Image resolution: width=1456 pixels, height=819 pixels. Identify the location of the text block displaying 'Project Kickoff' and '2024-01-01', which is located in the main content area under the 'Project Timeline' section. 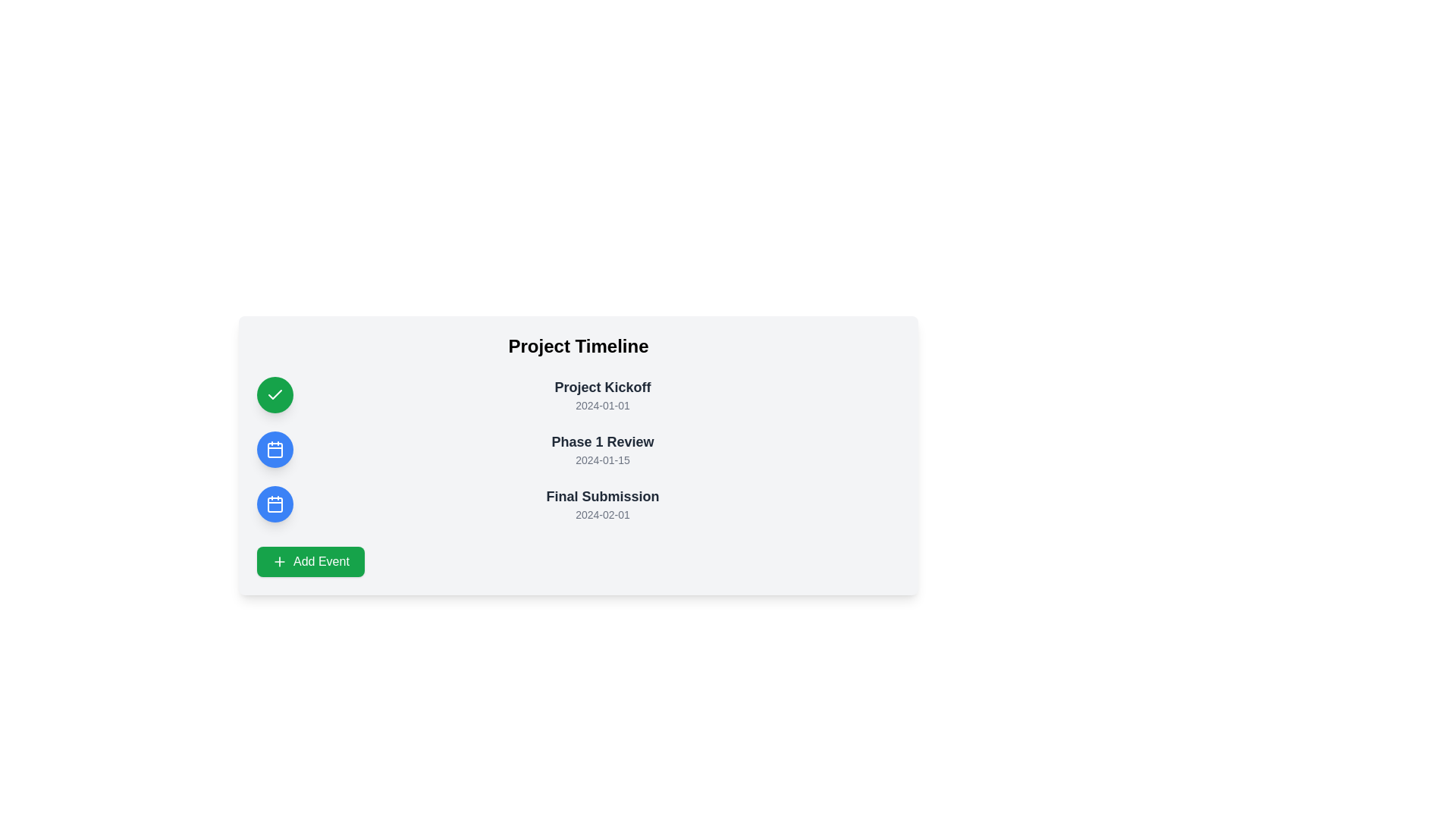
(602, 394).